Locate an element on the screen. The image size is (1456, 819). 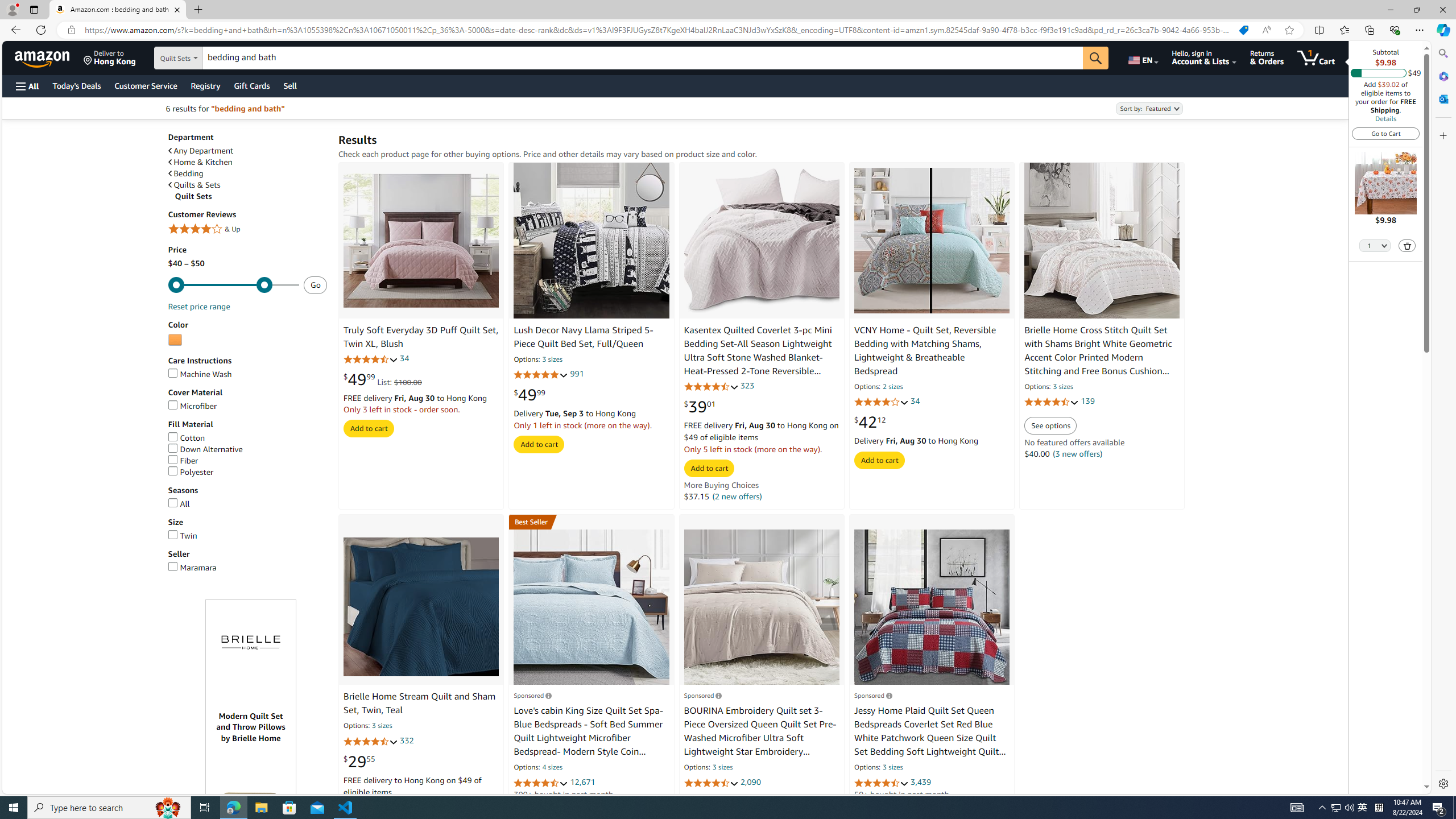
'Polyester' is located at coordinates (247, 472).